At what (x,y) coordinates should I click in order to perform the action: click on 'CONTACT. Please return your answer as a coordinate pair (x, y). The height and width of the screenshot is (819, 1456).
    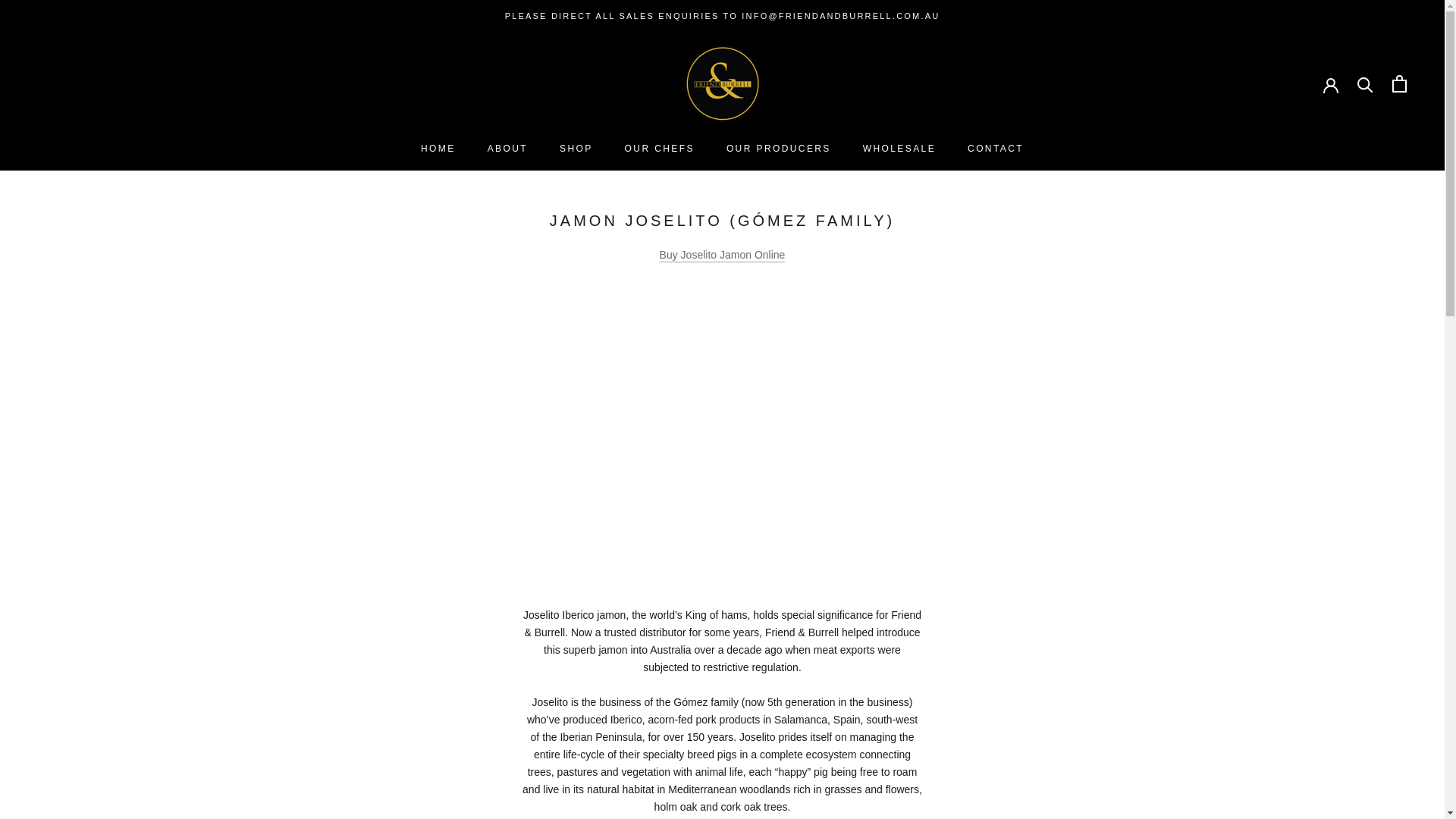
    Looking at the image, I should click on (996, 149).